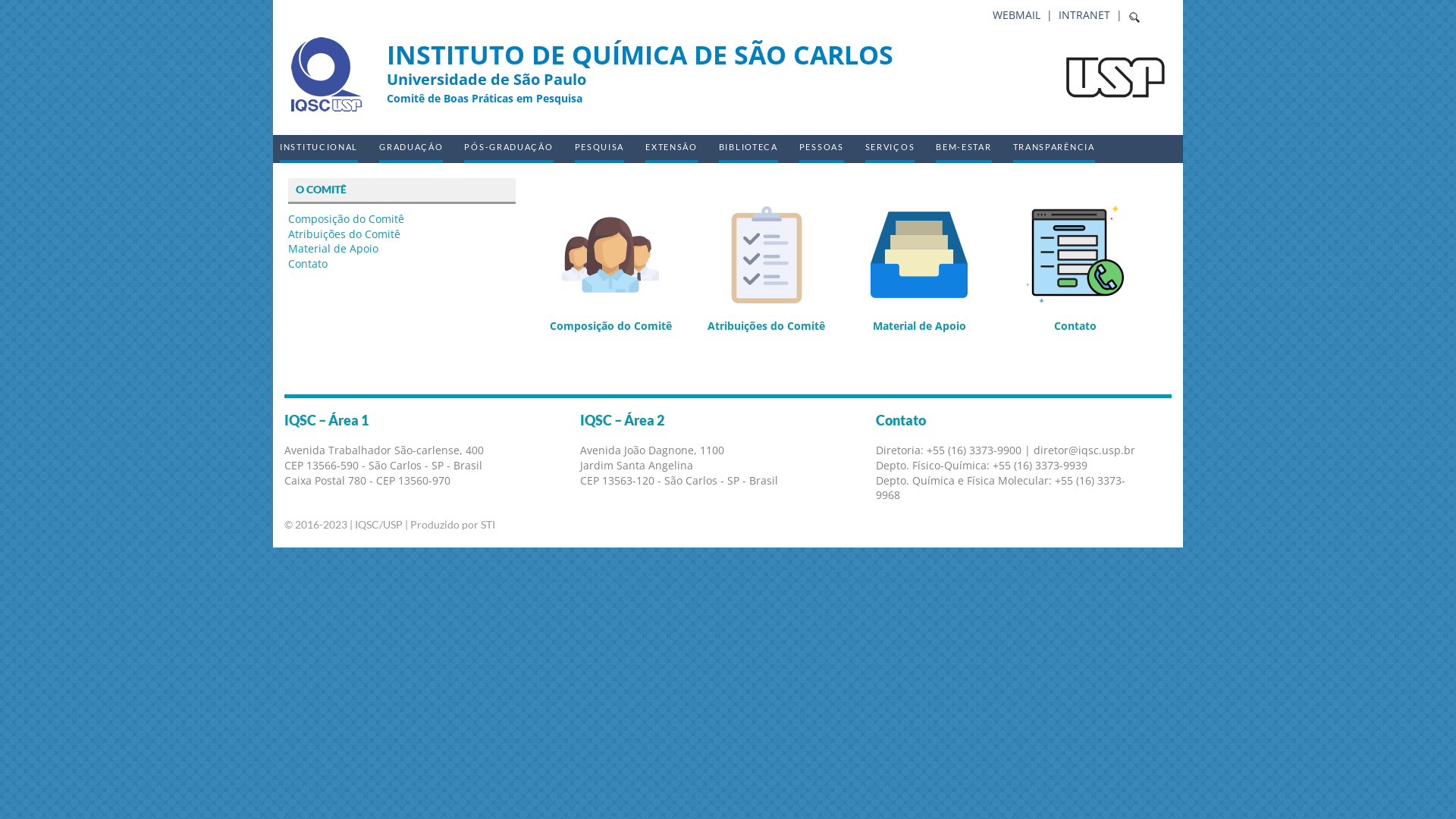 The width and height of the screenshot is (1456, 819). What do you see at coordinates (962, 149) in the screenshot?
I see `'BEM-ESTAR'` at bounding box center [962, 149].